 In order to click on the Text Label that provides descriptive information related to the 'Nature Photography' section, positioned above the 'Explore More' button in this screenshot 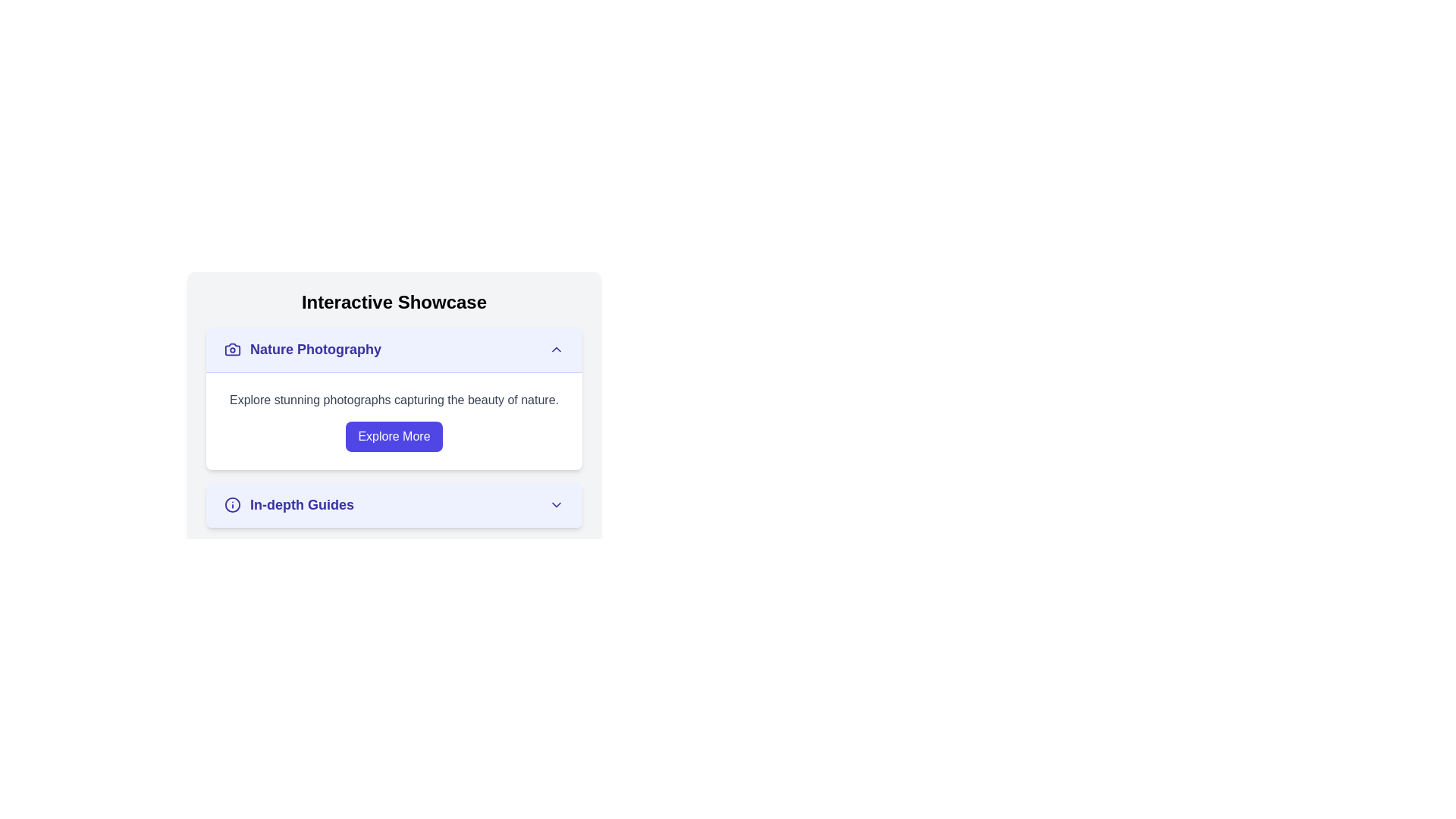, I will do `click(394, 400)`.